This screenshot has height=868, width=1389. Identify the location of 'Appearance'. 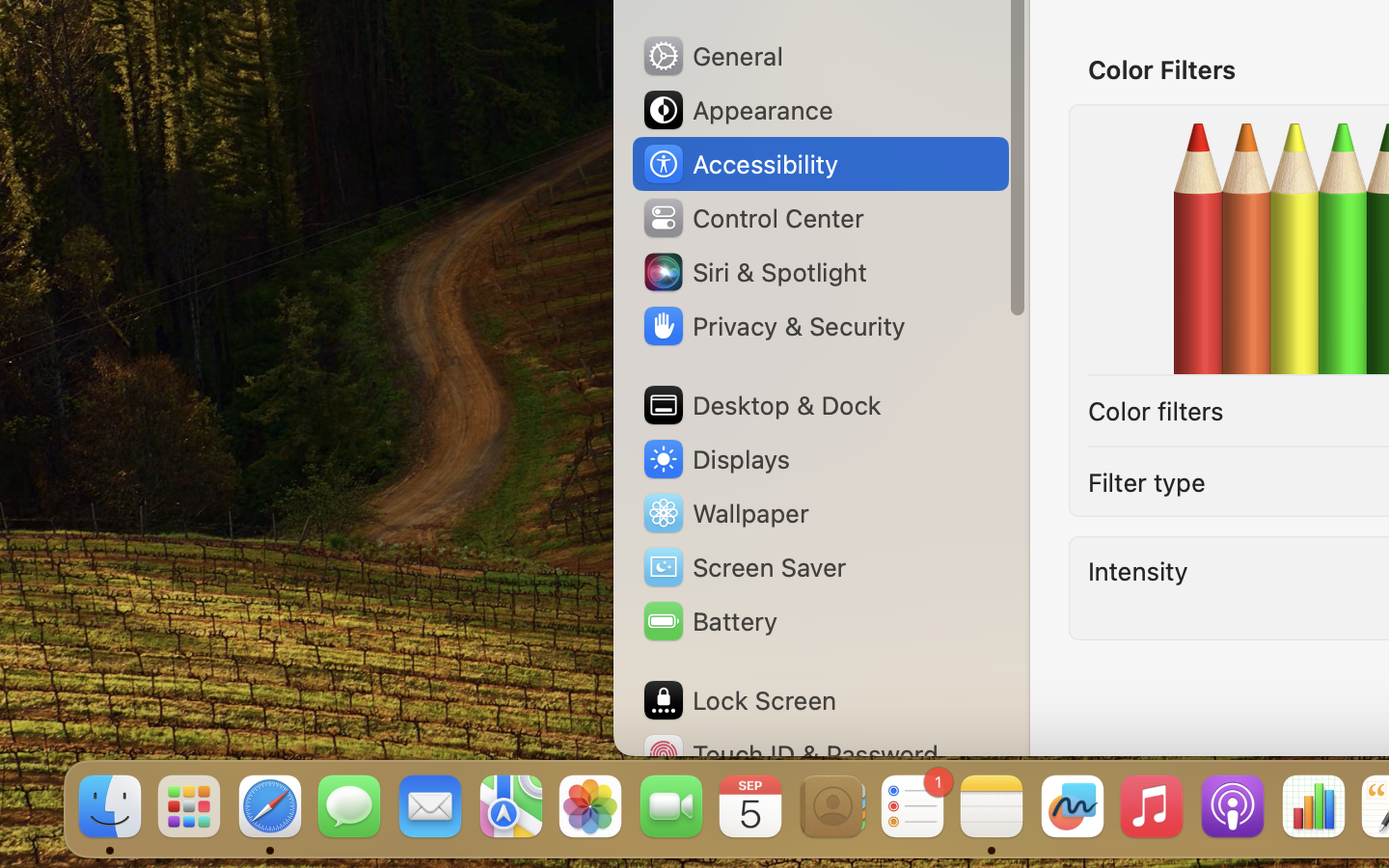
(736, 110).